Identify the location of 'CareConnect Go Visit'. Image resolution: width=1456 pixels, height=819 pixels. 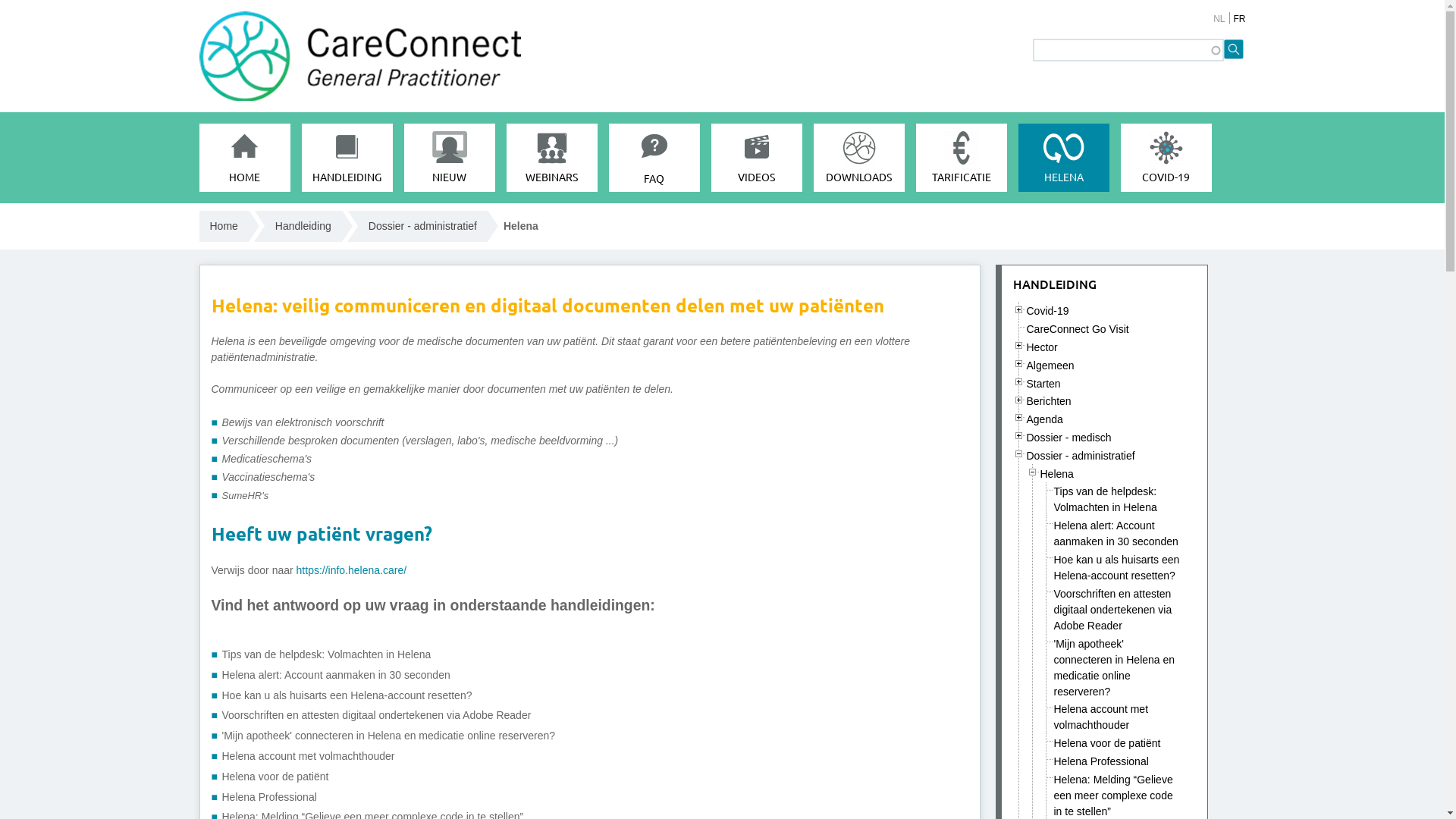
(1077, 328).